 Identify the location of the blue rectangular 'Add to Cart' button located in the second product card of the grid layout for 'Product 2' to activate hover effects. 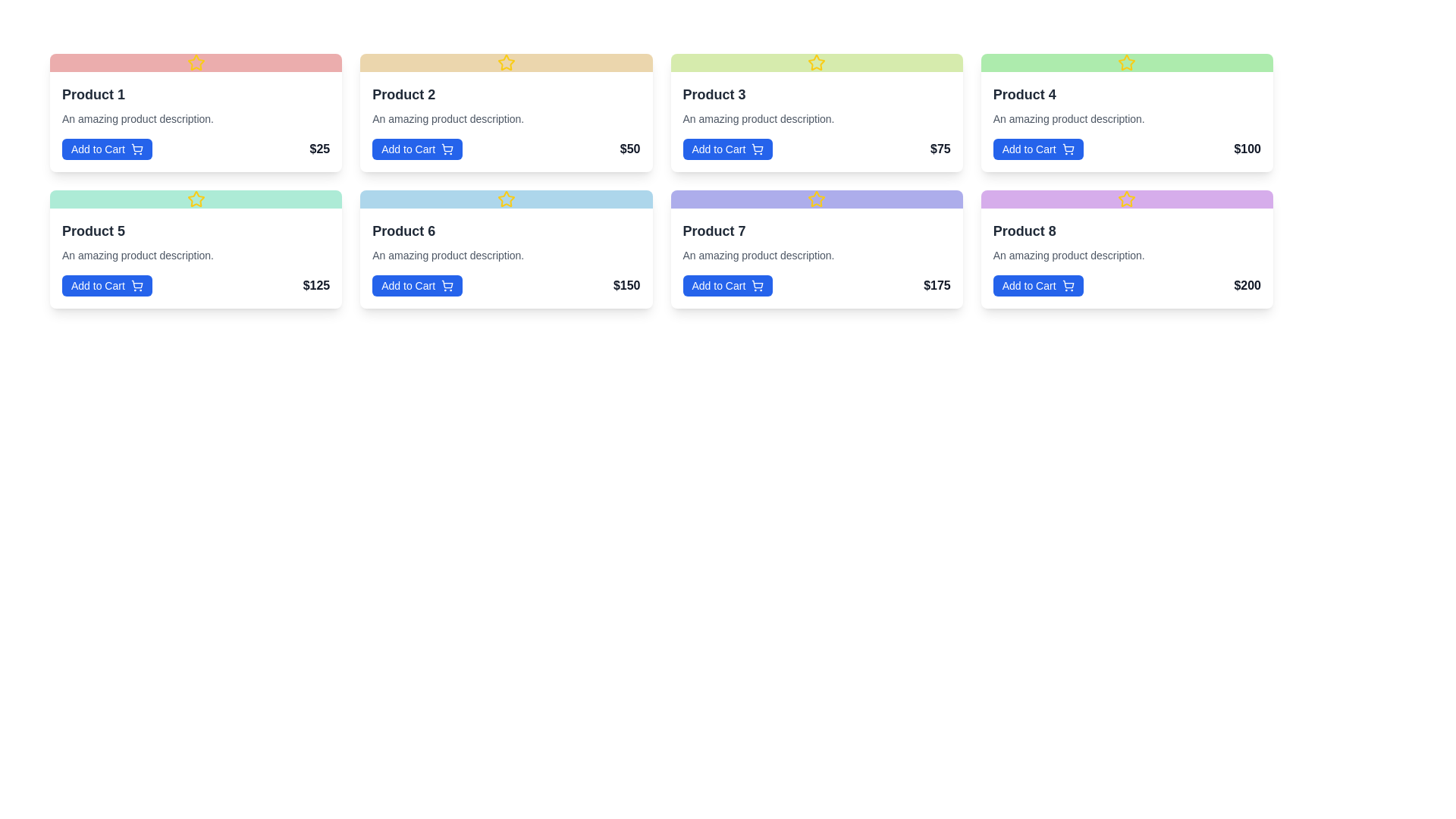
(417, 149).